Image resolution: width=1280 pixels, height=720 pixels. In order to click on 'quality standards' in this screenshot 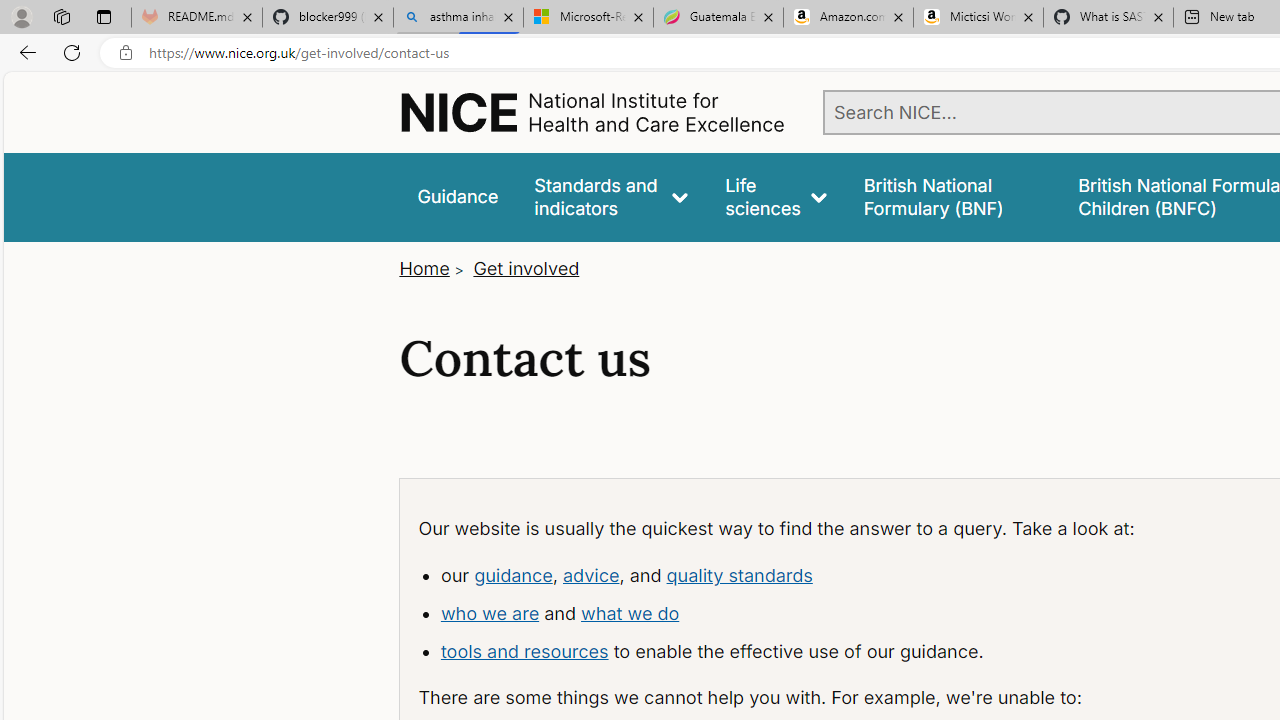, I will do `click(738, 574)`.